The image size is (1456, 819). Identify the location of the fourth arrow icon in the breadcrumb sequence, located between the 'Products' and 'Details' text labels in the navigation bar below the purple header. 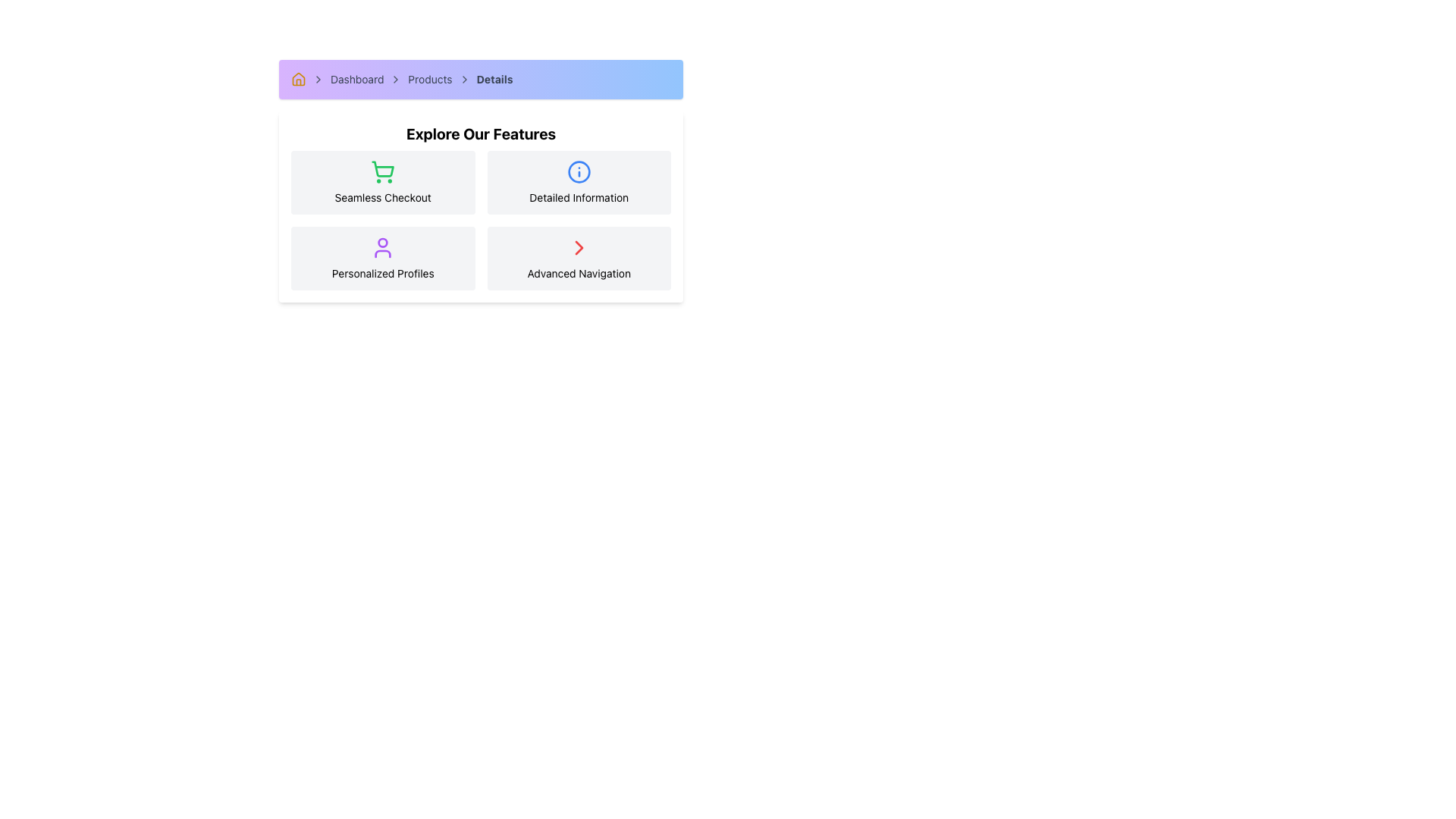
(463, 79).